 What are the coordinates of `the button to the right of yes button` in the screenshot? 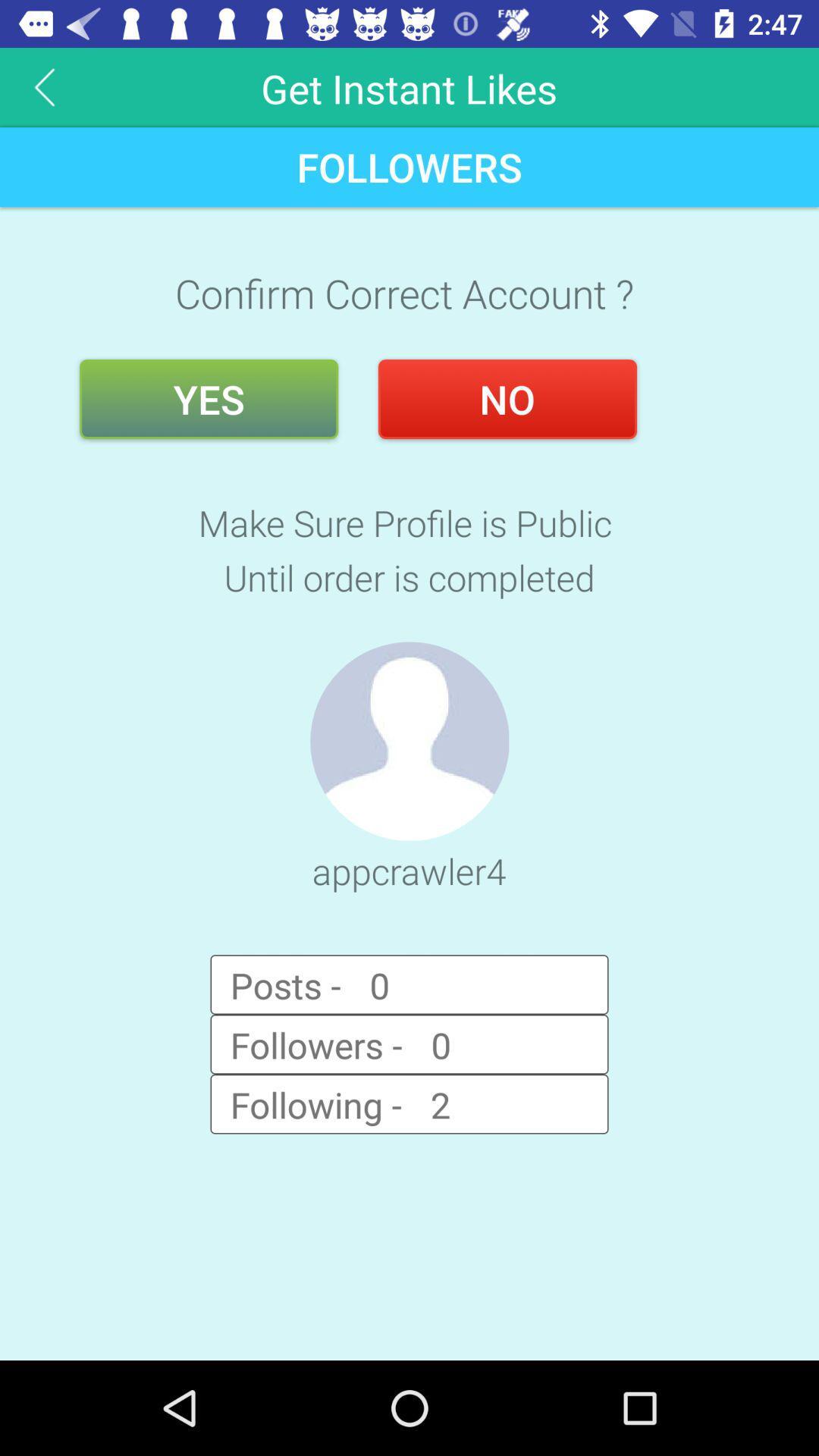 It's located at (507, 399).